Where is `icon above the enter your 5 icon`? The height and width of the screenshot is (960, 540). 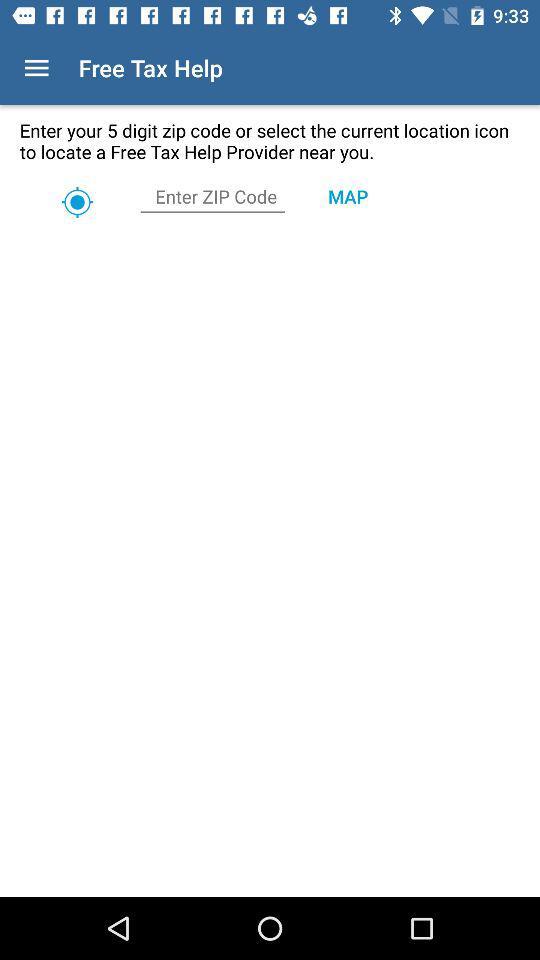
icon above the enter your 5 icon is located at coordinates (36, 68).